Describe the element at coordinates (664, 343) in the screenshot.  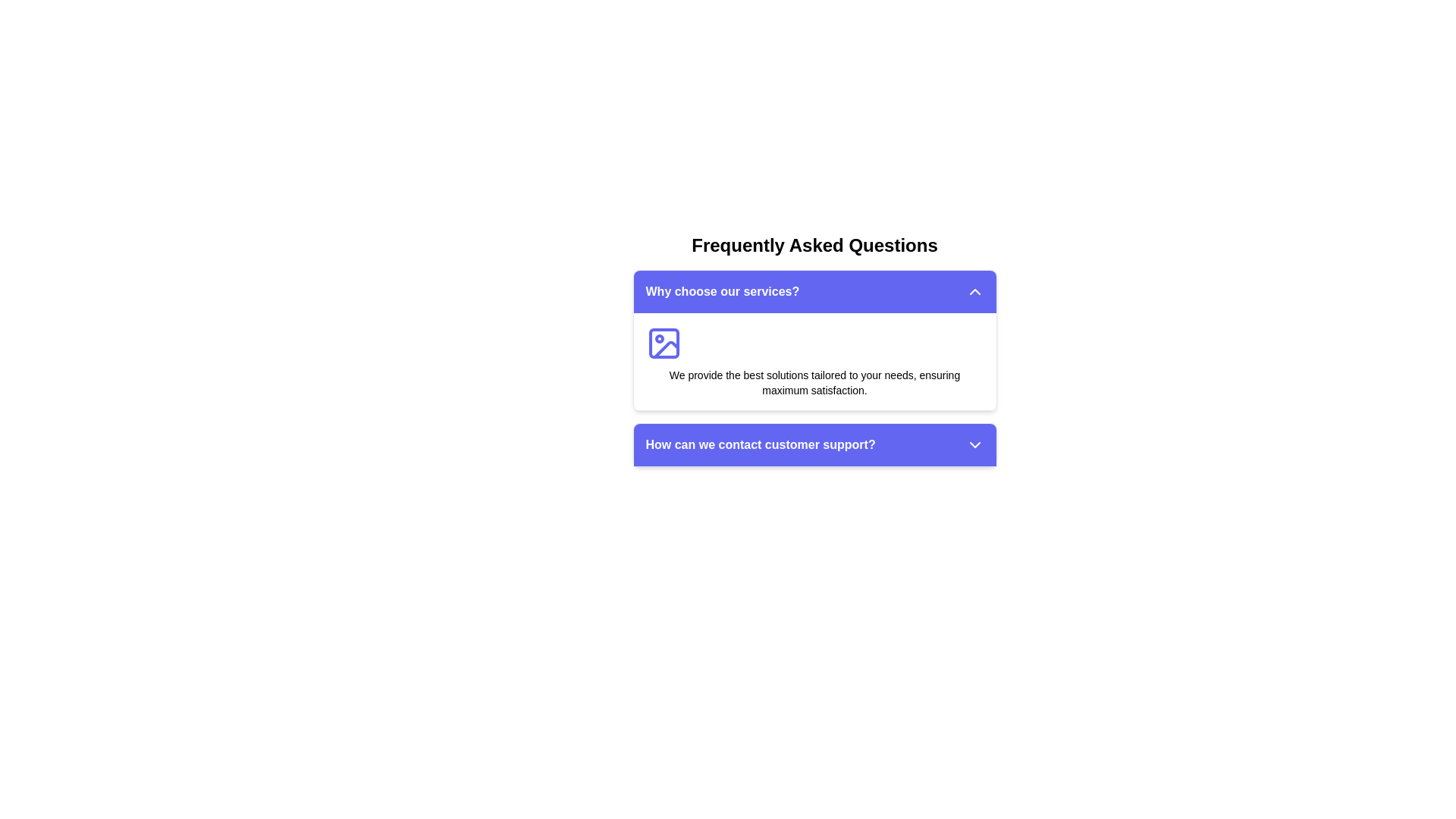
I see `the FAQ icon located under the 'Why choose our services?' collapsible header, which visually represents the content of the associated FAQ entry` at that location.